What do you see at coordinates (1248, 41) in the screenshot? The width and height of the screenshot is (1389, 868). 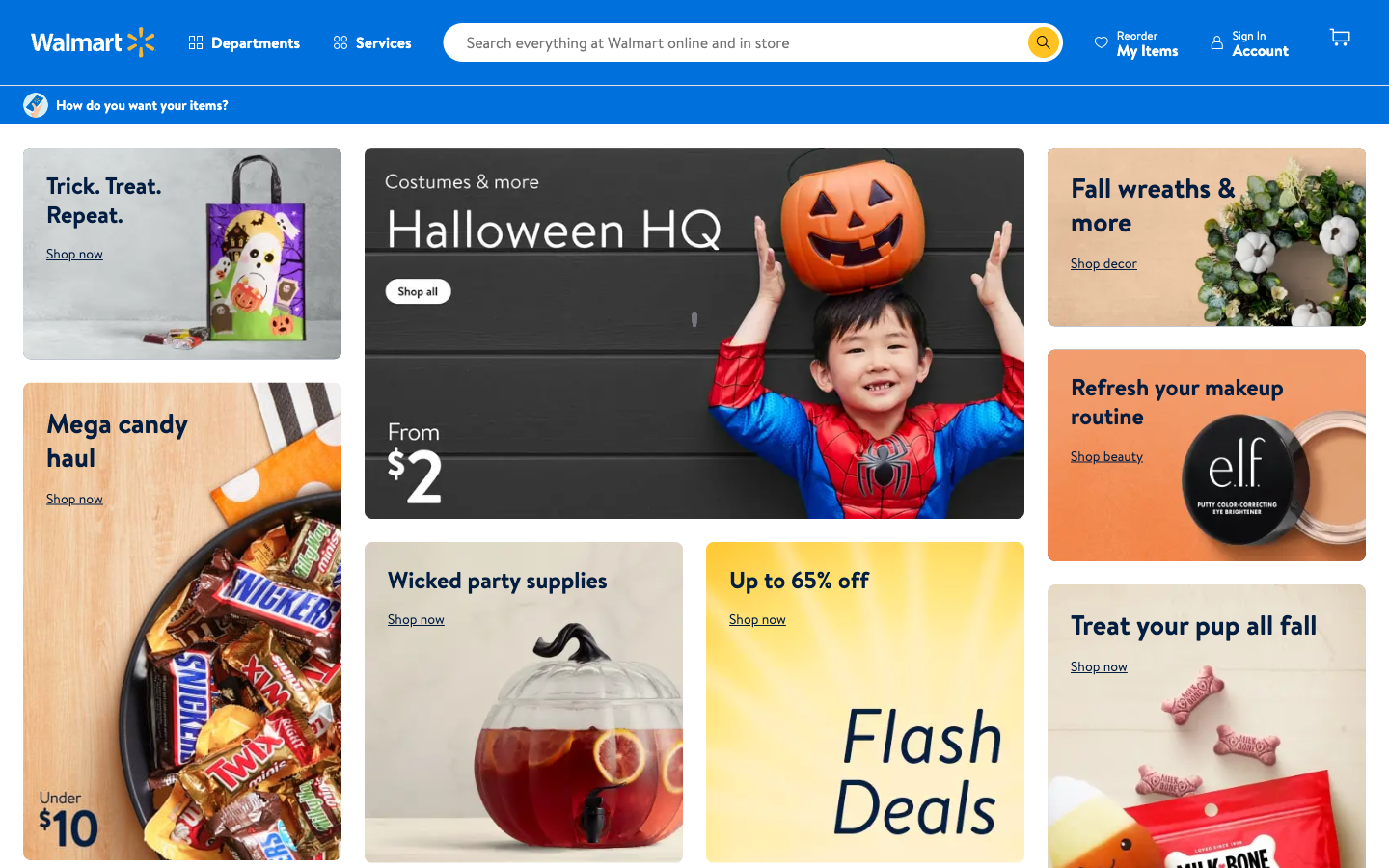 I see `your account"s interface` at bounding box center [1248, 41].